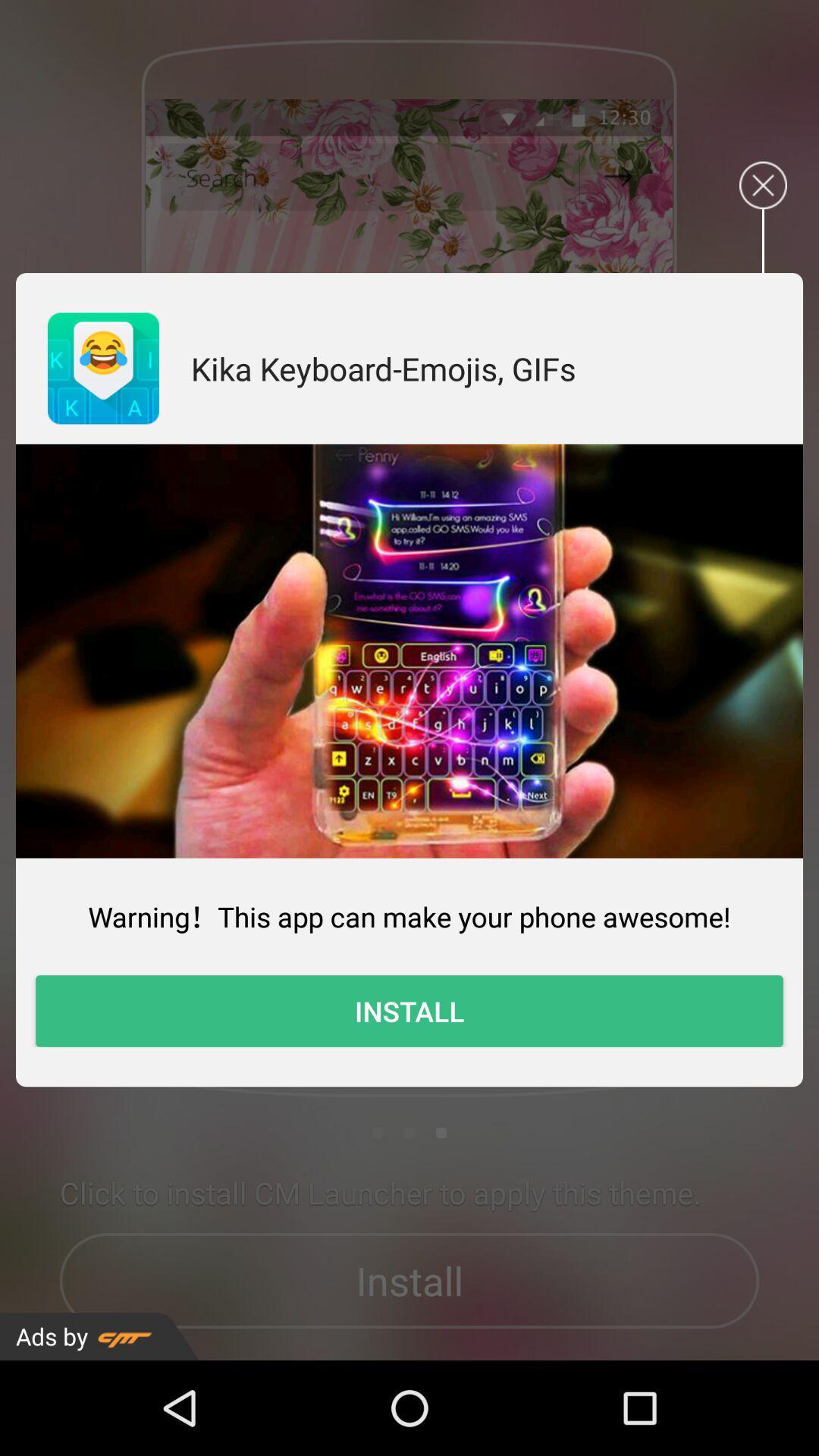  Describe the element at coordinates (409, 916) in the screenshot. I see `button above install button` at that location.